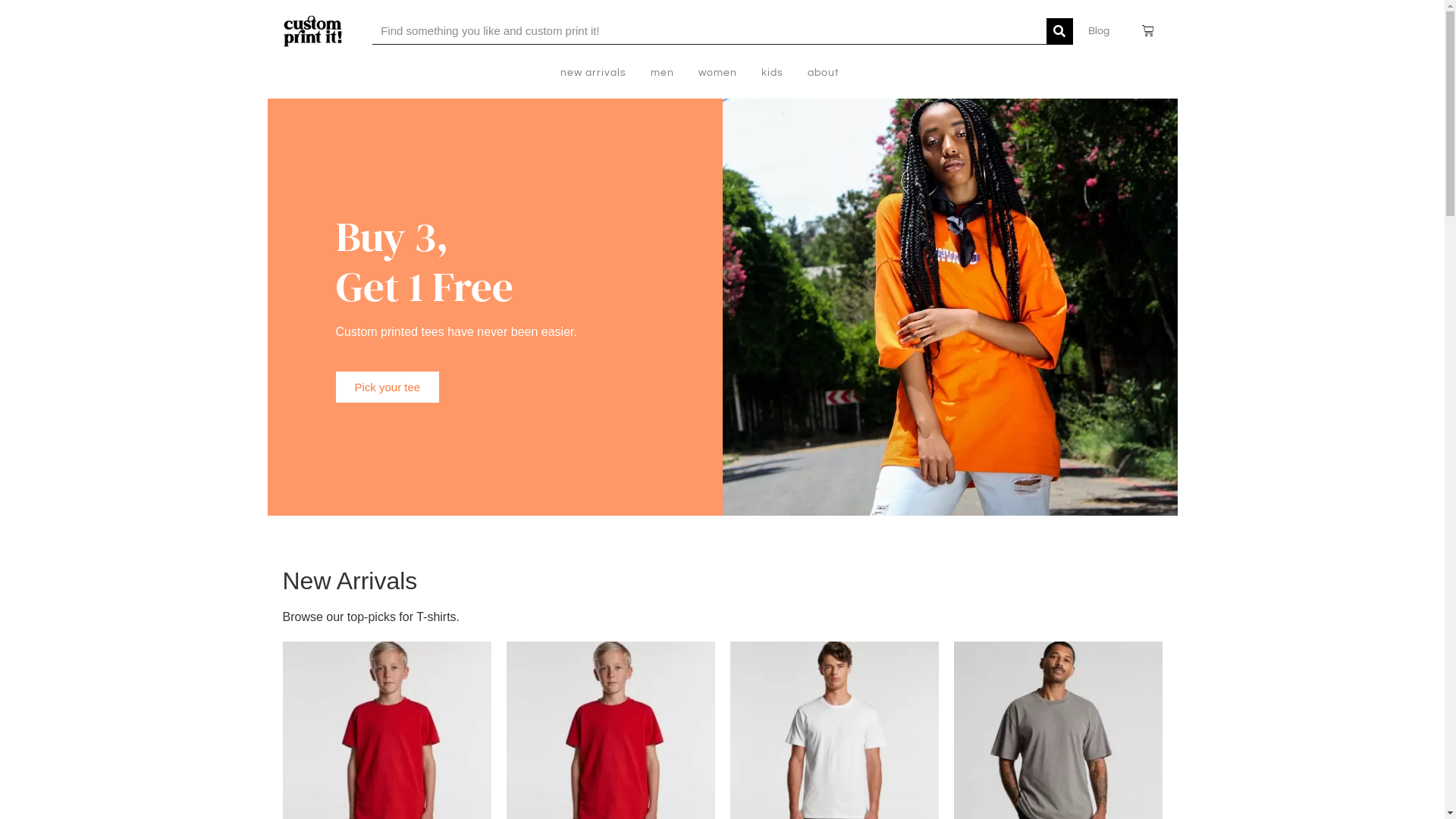  Describe the element at coordinates (592, 73) in the screenshot. I see `'new arrivals'` at that location.